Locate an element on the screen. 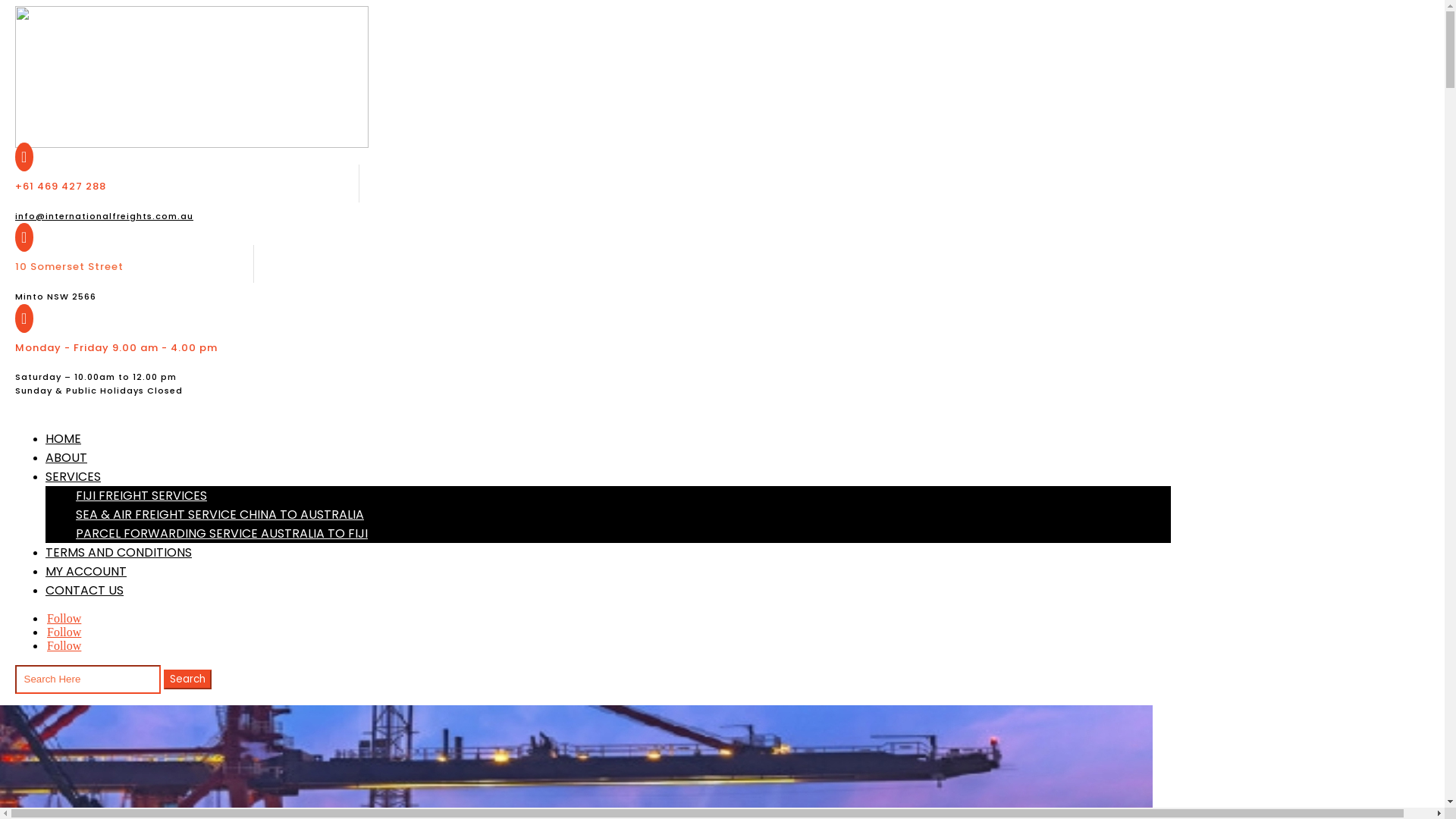 The width and height of the screenshot is (1456, 819). 'ABOUT' is located at coordinates (65, 457).